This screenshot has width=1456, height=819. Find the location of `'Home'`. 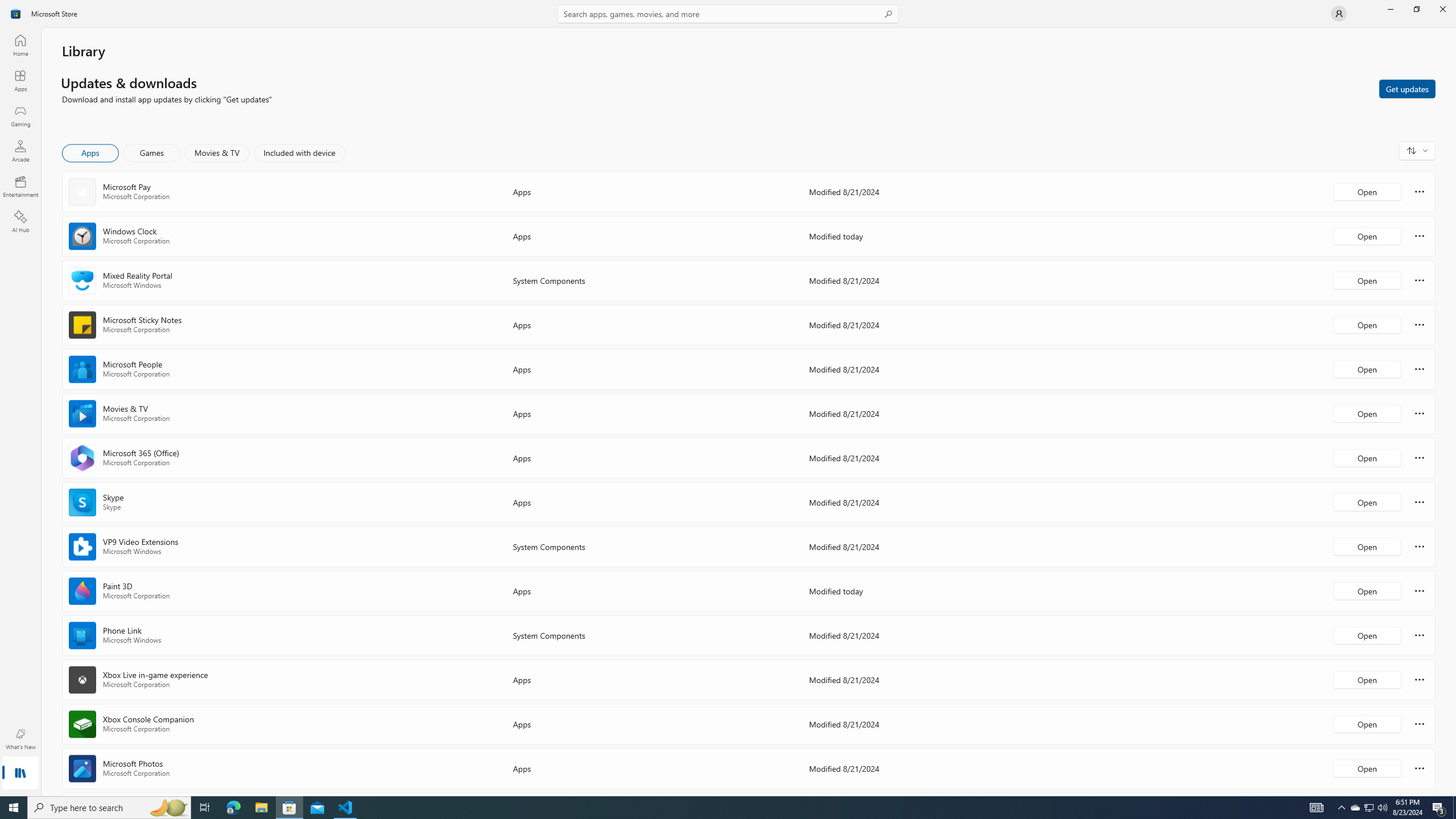

'Home' is located at coordinates (19, 44).